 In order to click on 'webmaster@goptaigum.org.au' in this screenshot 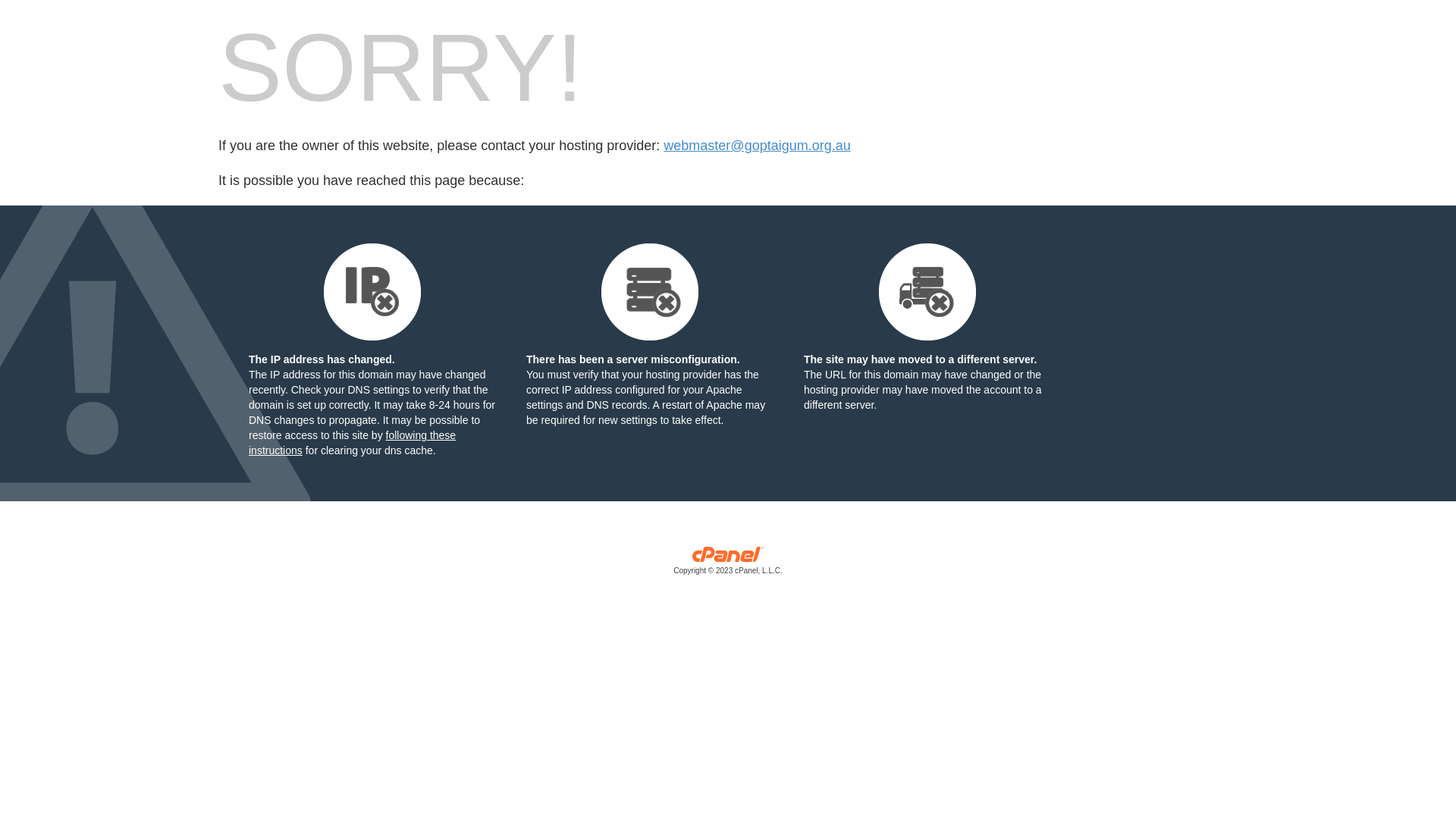, I will do `click(757, 146)`.